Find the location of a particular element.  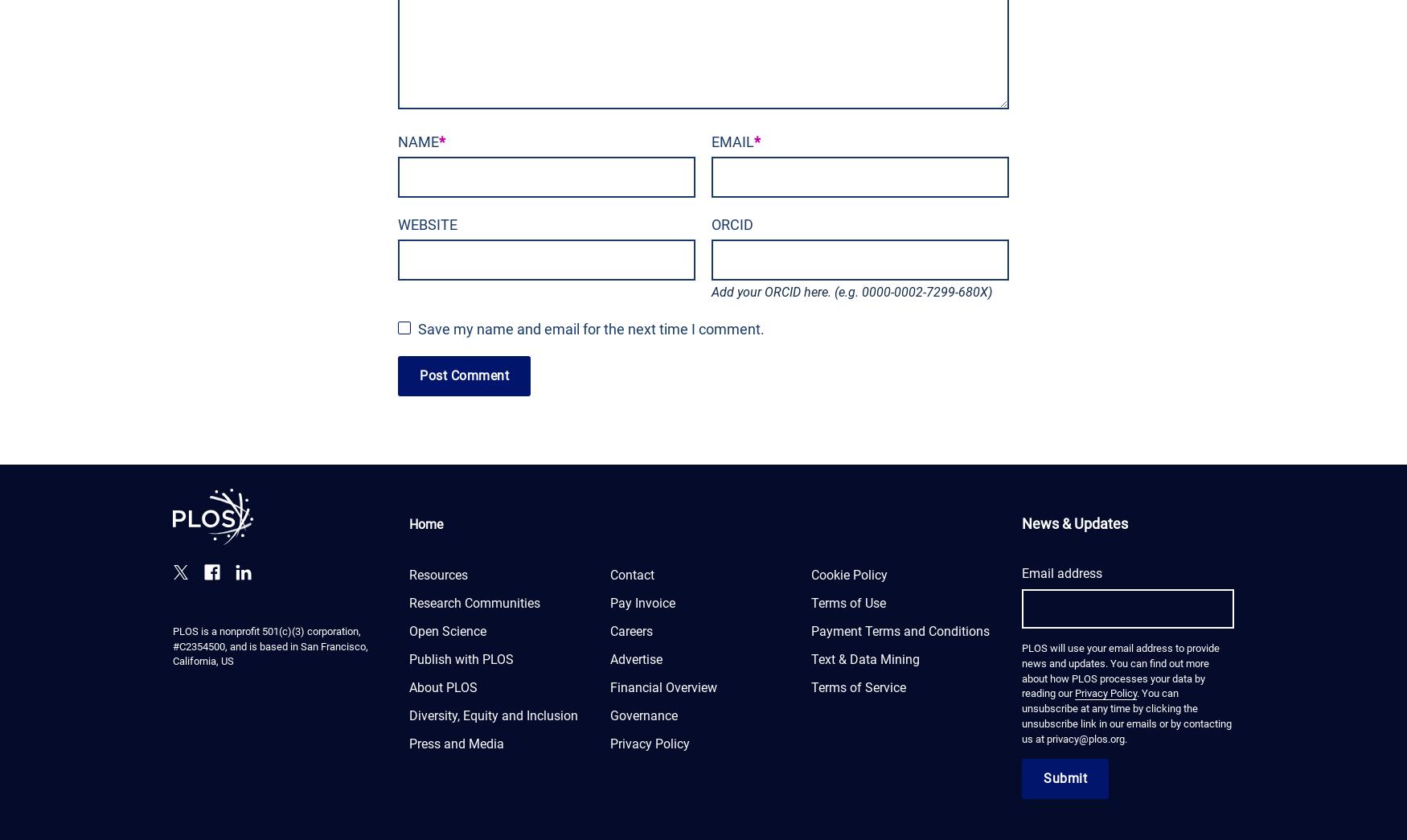

'Text & Data Mining' is located at coordinates (865, 658).